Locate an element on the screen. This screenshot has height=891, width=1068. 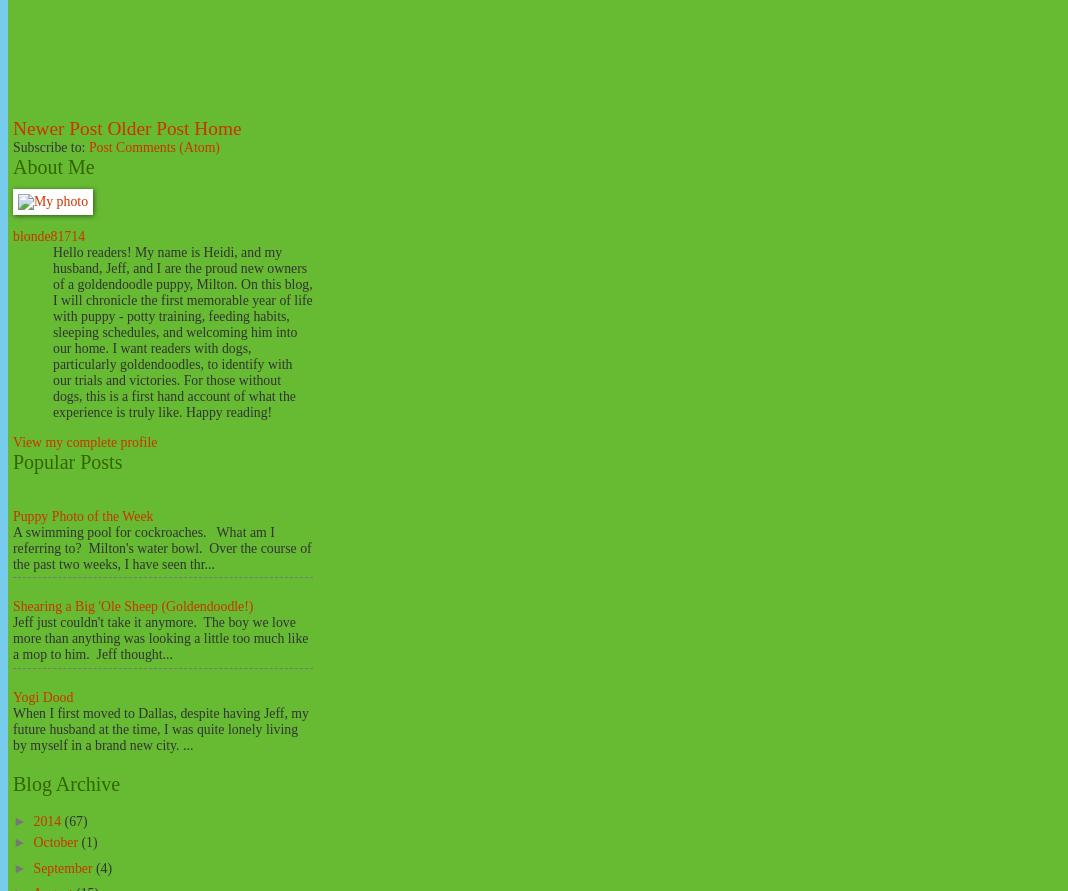
'Subscribe to:' is located at coordinates (49, 146).